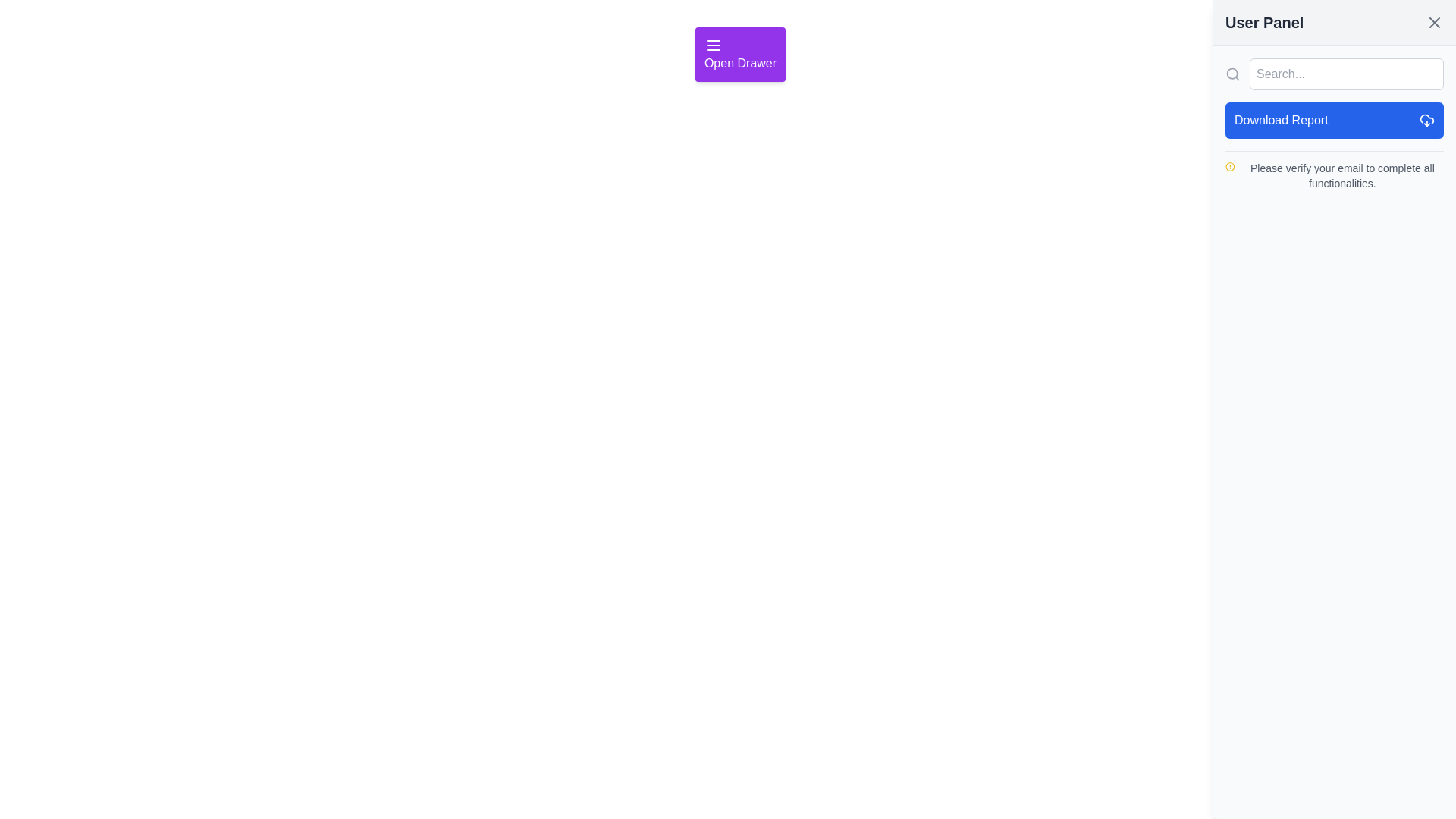  Describe the element at coordinates (1433, 23) in the screenshot. I see `the close icon in the top-right corner of the 'User Panel'` at that location.